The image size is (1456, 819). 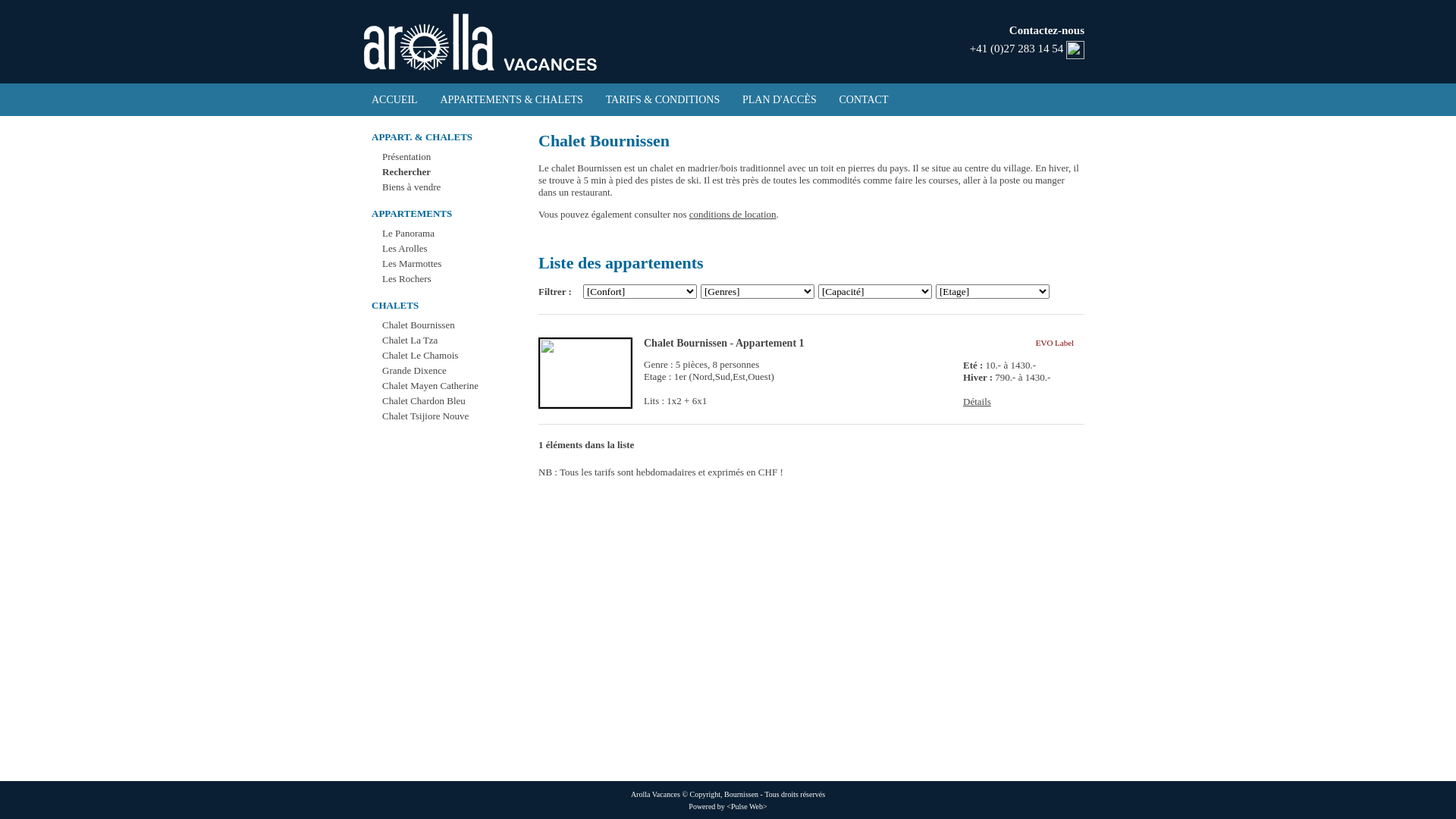 I want to click on 'Chalet Le Chamois', so click(x=419, y=355).